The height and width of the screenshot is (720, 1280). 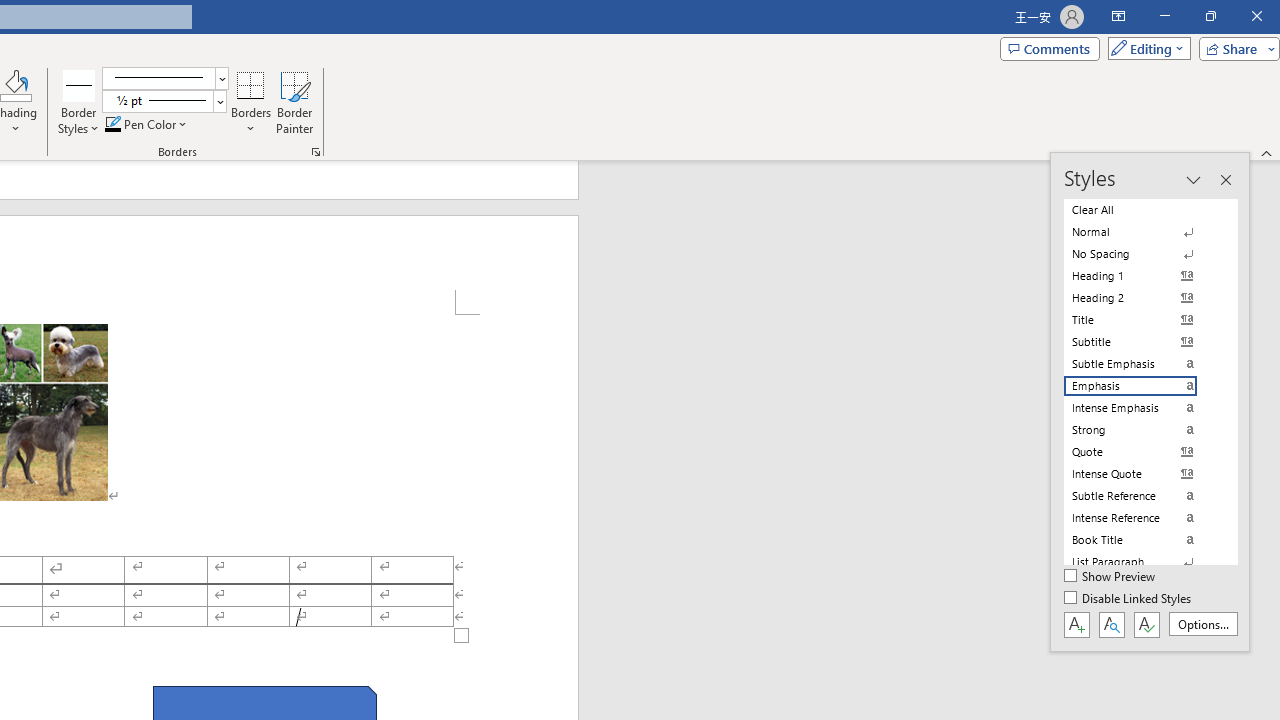 What do you see at coordinates (1142, 298) in the screenshot?
I see `'Heading 2'` at bounding box center [1142, 298].